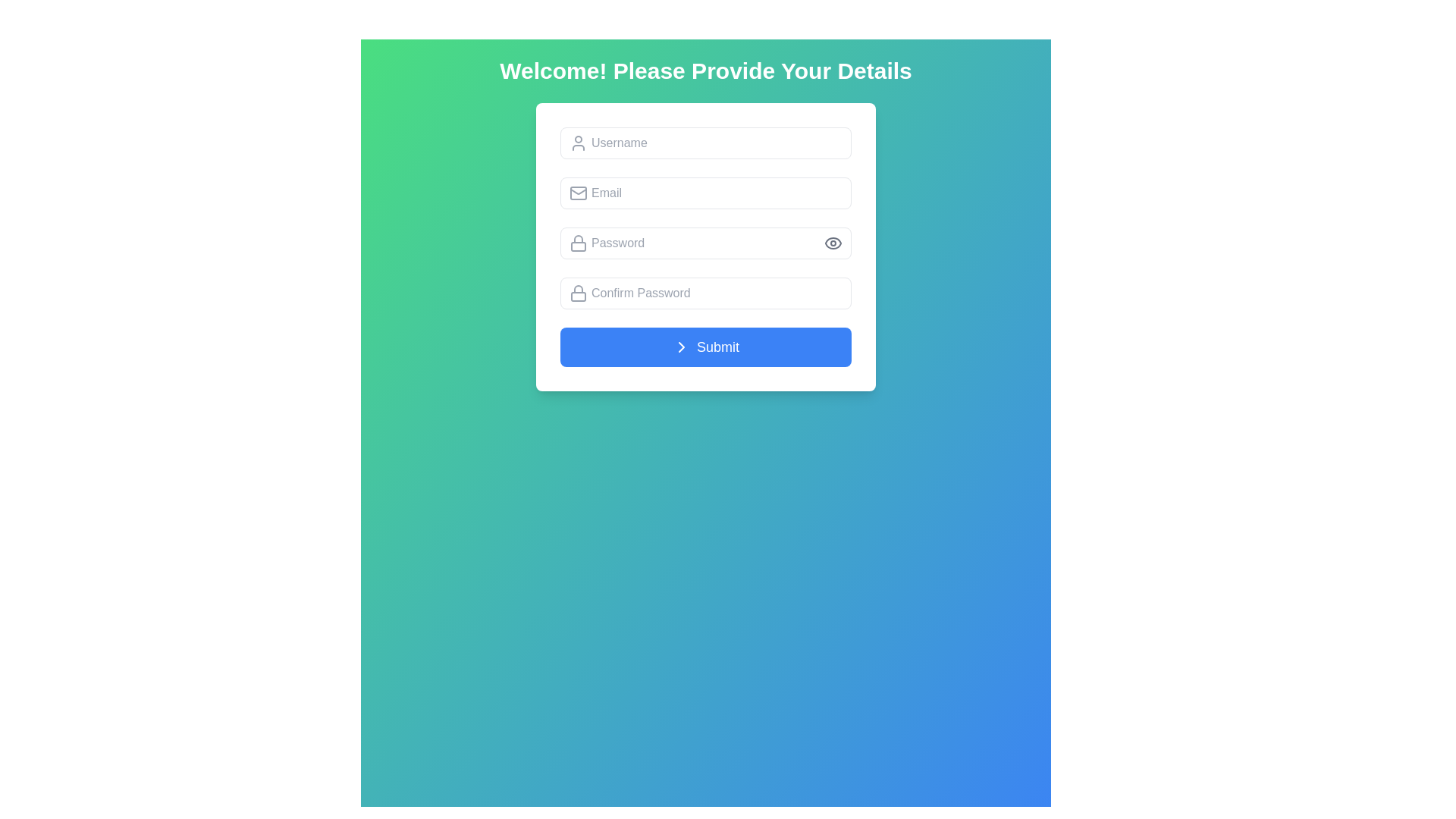 Image resolution: width=1456 pixels, height=819 pixels. Describe the element at coordinates (578, 143) in the screenshot. I see `the decorative user profile SVG icon located at the leftmost position within the 'Username' input field in the user details form` at that location.